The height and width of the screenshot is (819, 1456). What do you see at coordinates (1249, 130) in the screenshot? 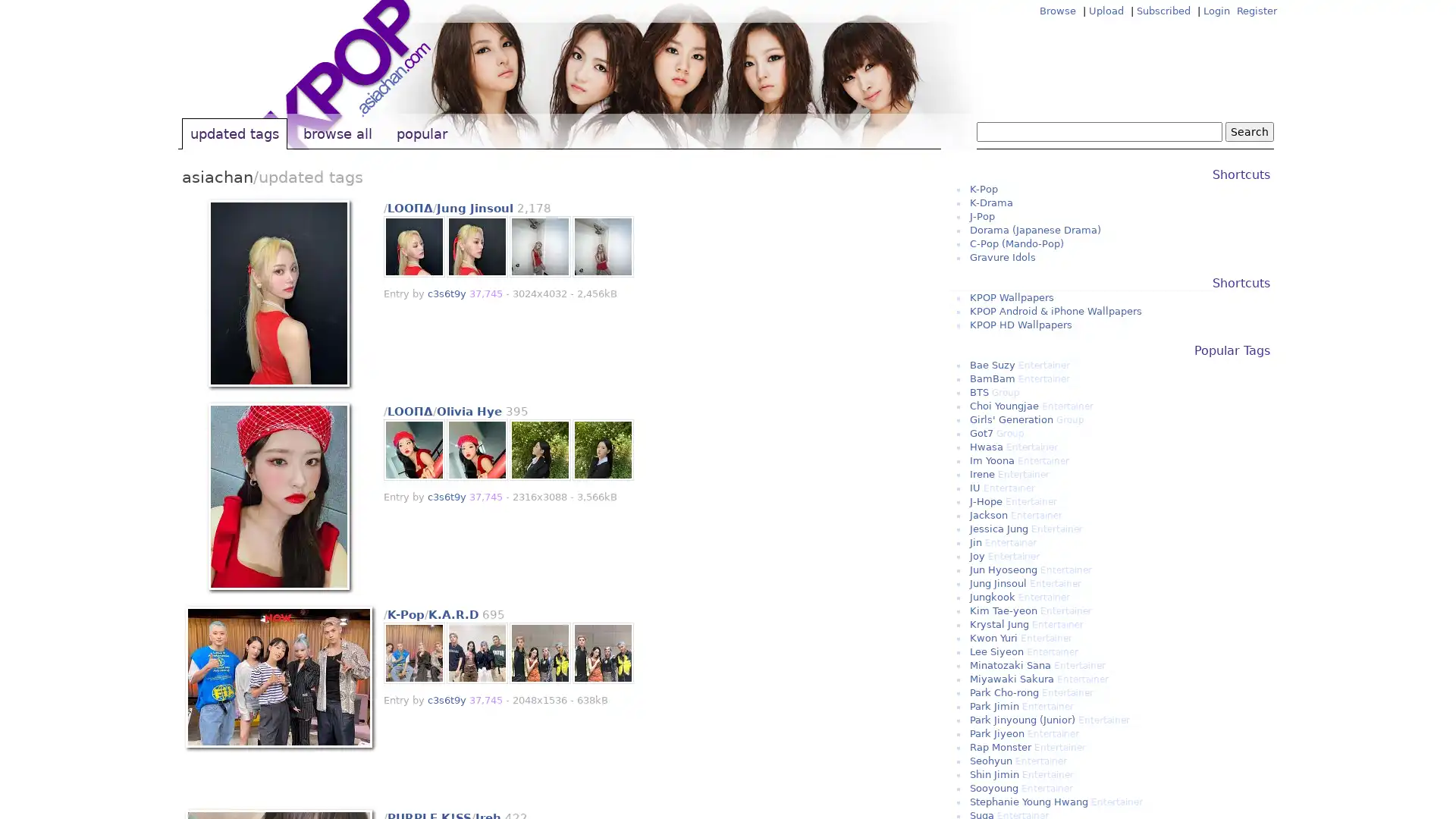
I see `Search` at bounding box center [1249, 130].